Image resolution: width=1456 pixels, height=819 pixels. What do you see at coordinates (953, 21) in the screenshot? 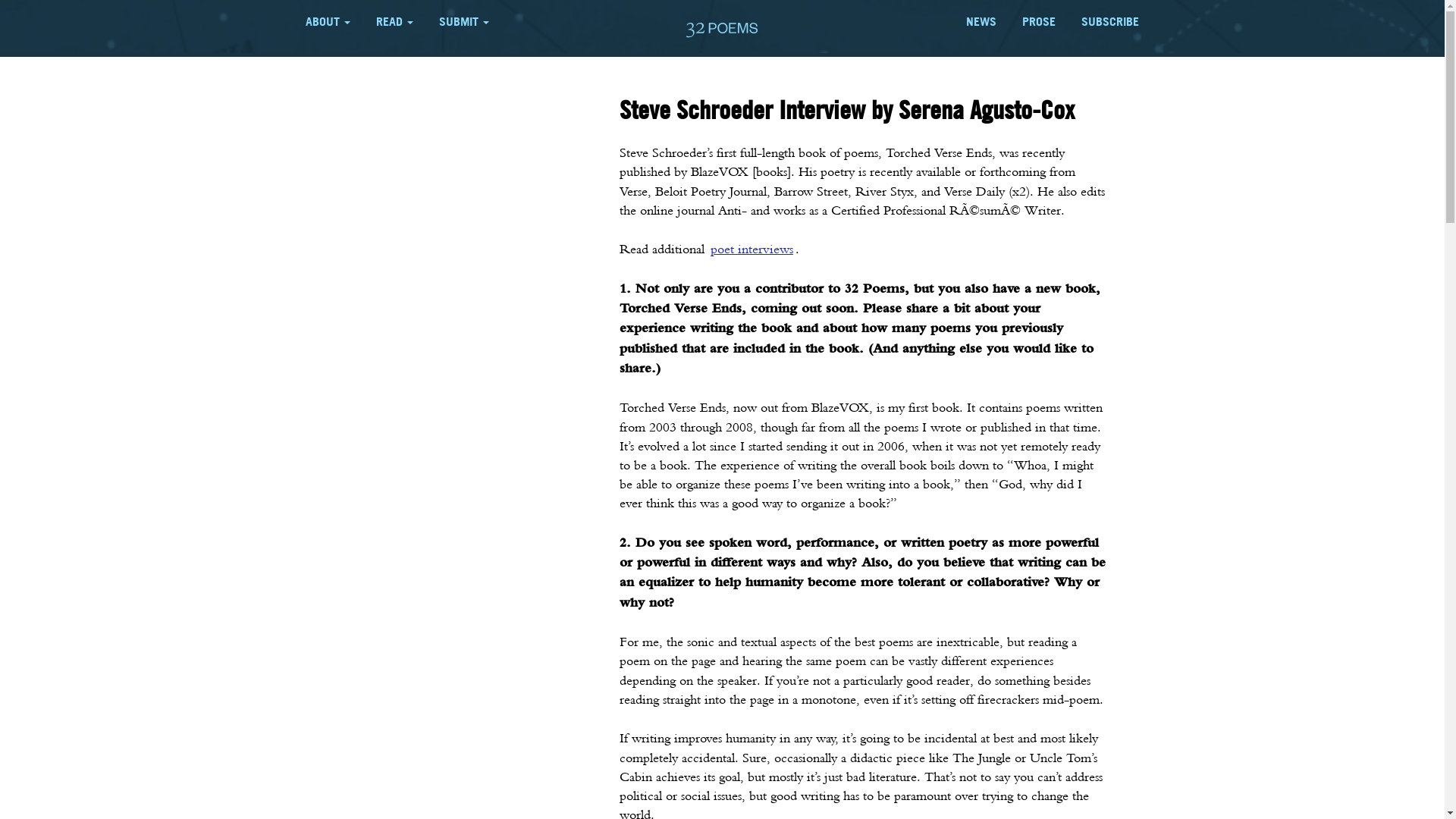
I see `'NEWS'` at bounding box center [953, 21].